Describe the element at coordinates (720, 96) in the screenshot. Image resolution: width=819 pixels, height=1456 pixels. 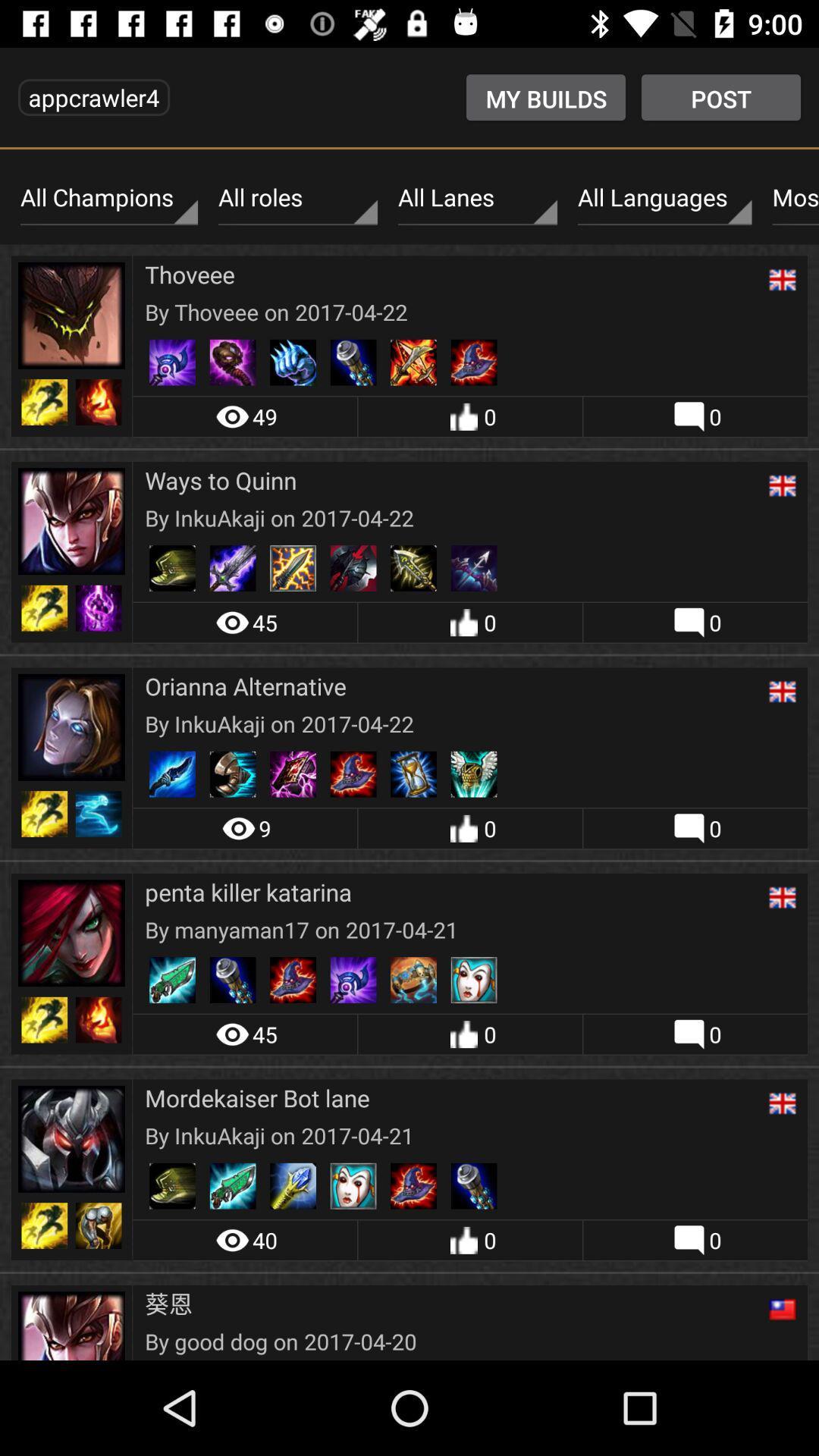
I see `the item to the right of my builds` at that location.